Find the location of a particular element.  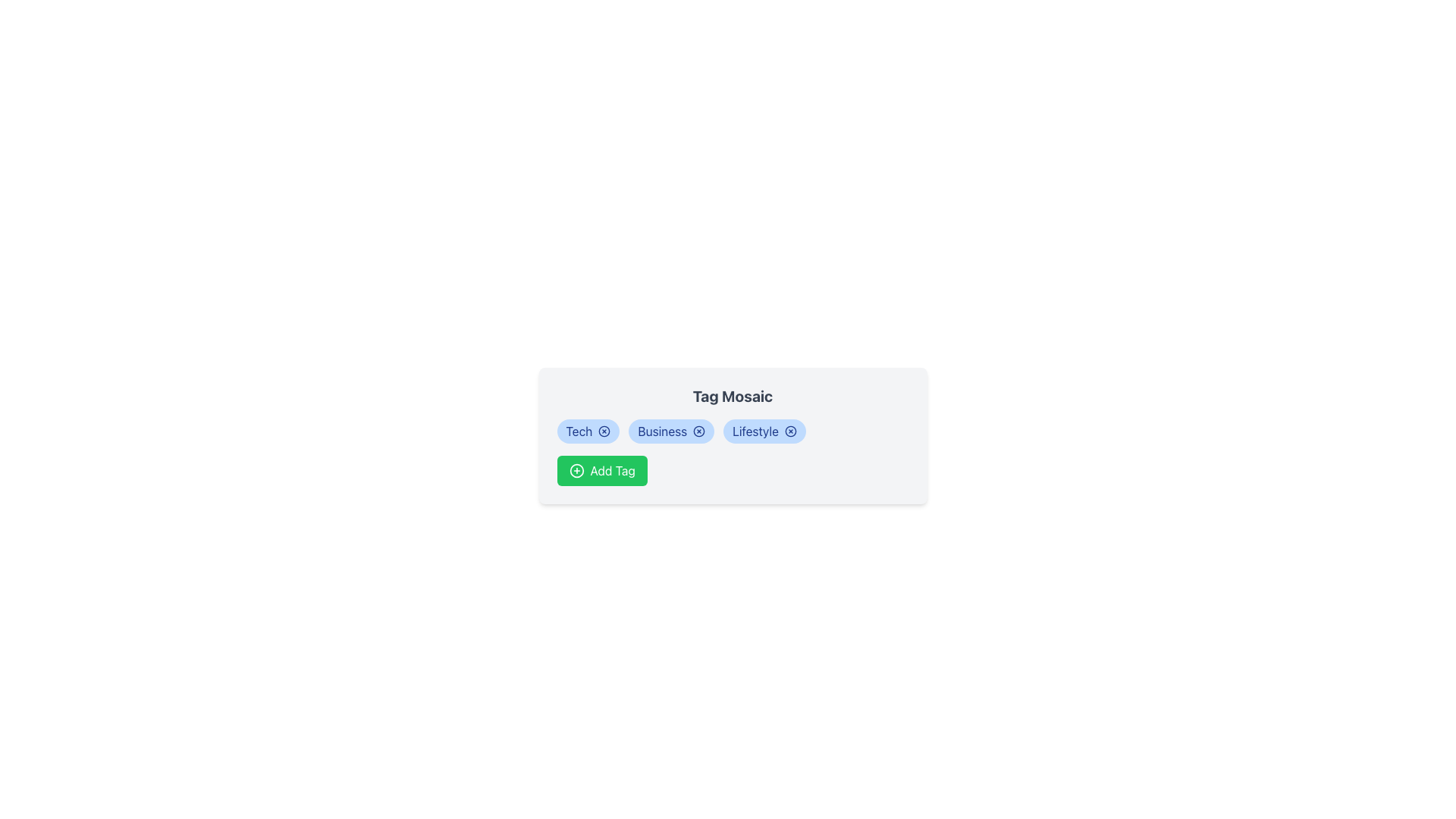

the small circular button with a cross inside, located at the top-right corner of the 'Lifestyle' tag is located at coordinates (789, 431).